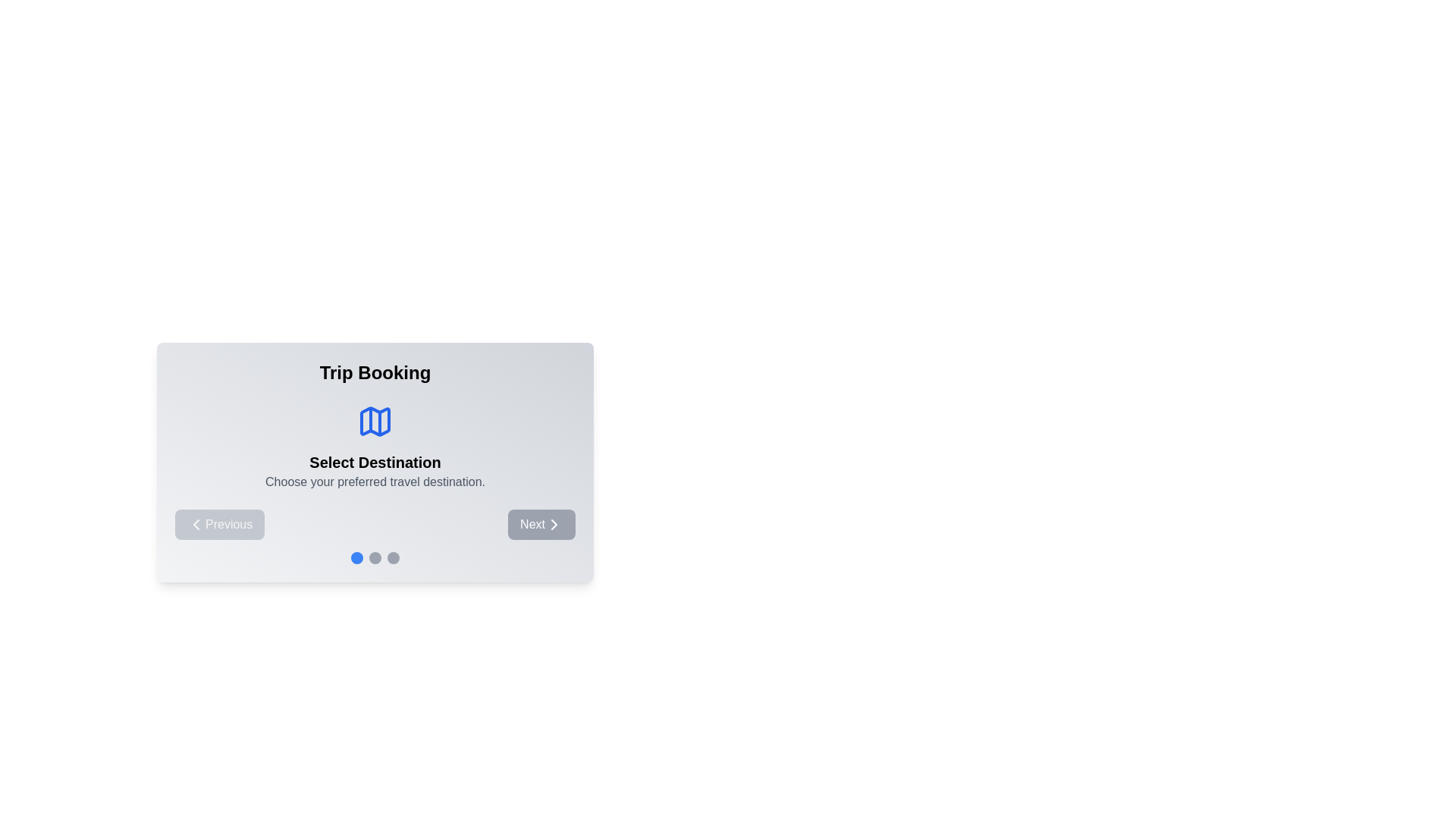 This screenshot has height=819, width=1456. I want to click on the text label that says 'Select Destination', which is centrally positioned below a map icon and above descriptive text, so click(375, 461).